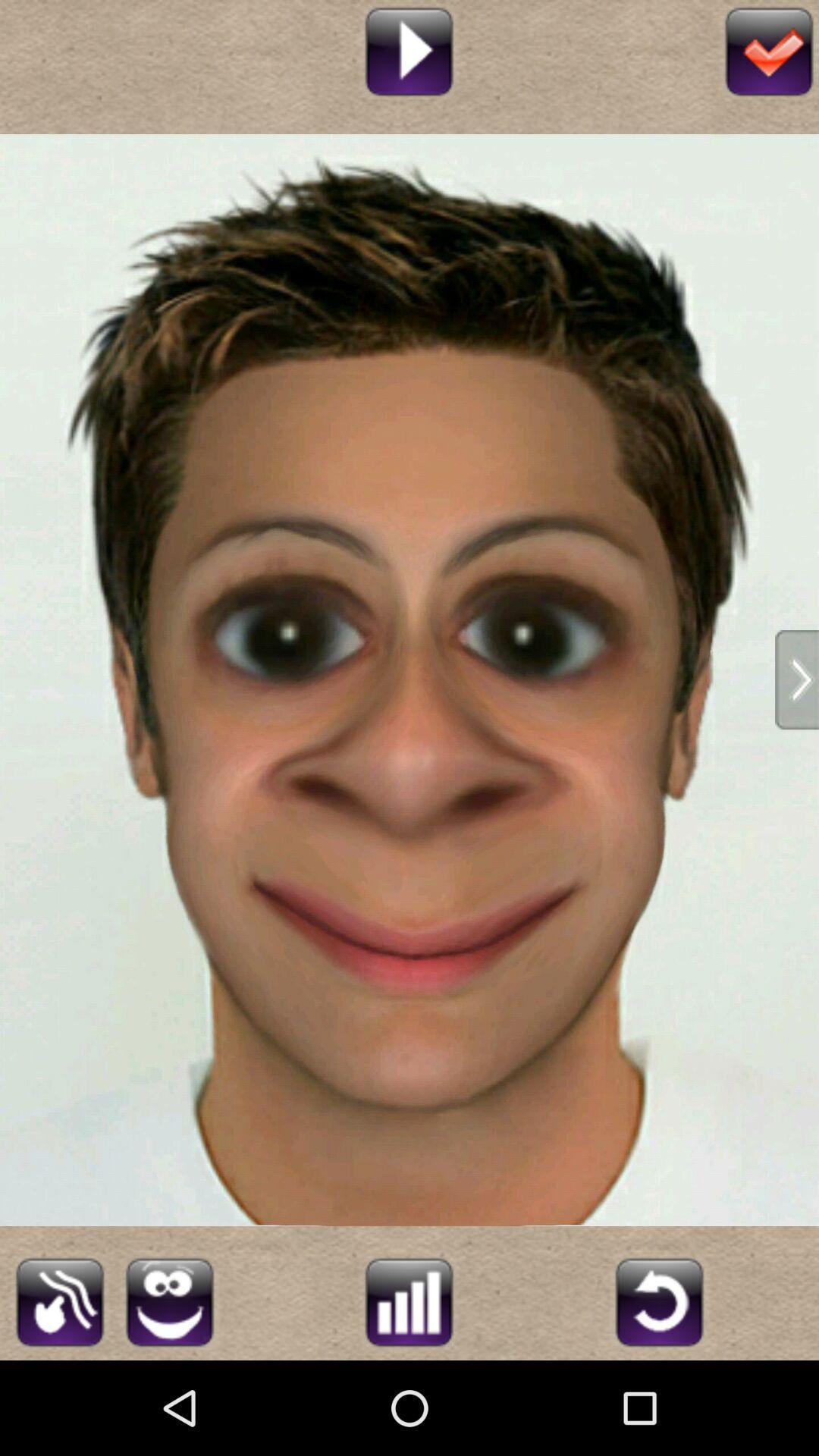 The image size is (819, 1456). Describe the element at coordinates (408, 1392) in the screenshot. I see `the sliders icon` at that location.